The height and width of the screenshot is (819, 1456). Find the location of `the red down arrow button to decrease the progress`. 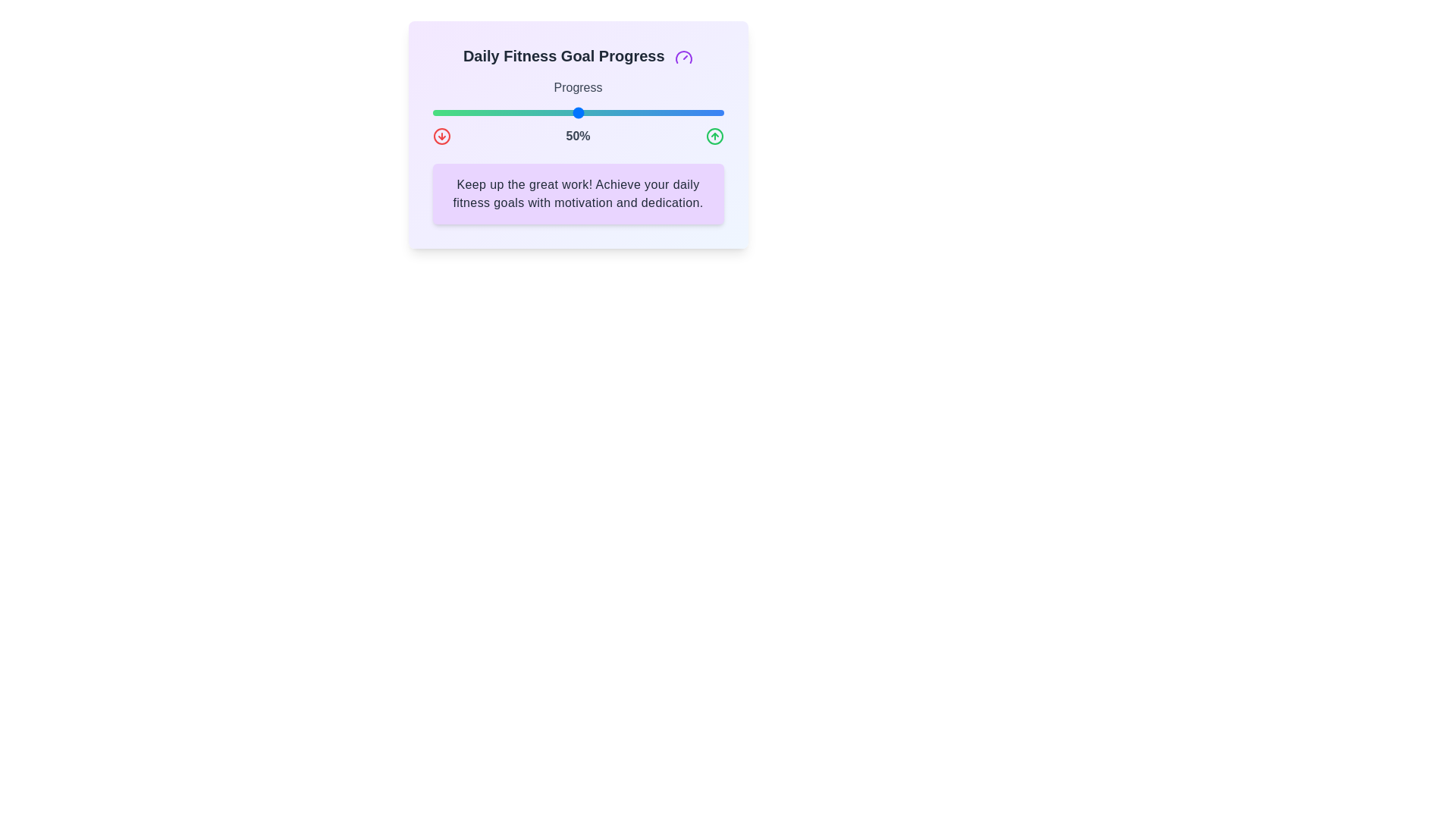

the red down arrow button to decrease the progress is located at coordinates (441, 136).